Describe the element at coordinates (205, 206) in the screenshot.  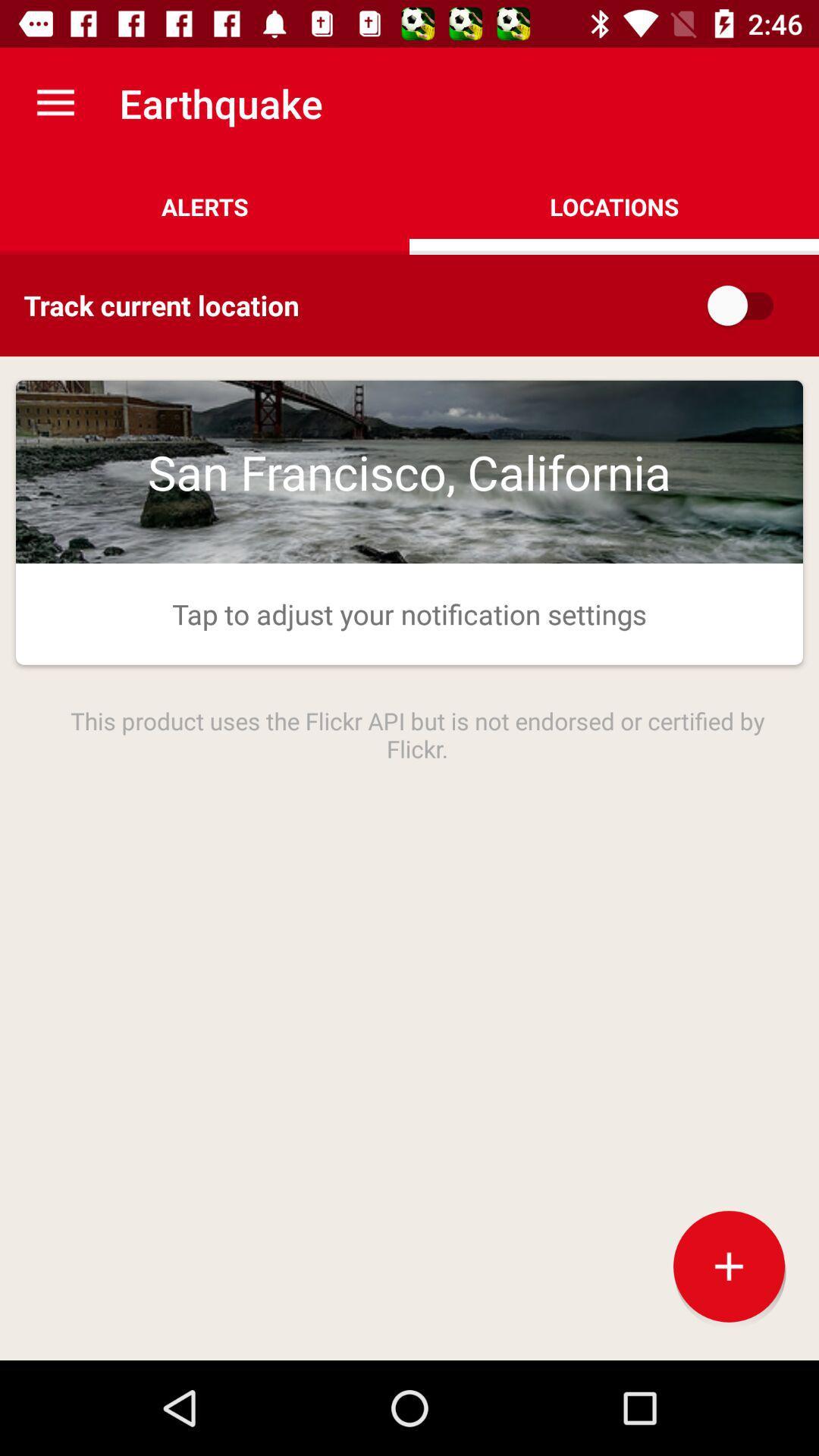
I see `the item above the track current location` at that location.